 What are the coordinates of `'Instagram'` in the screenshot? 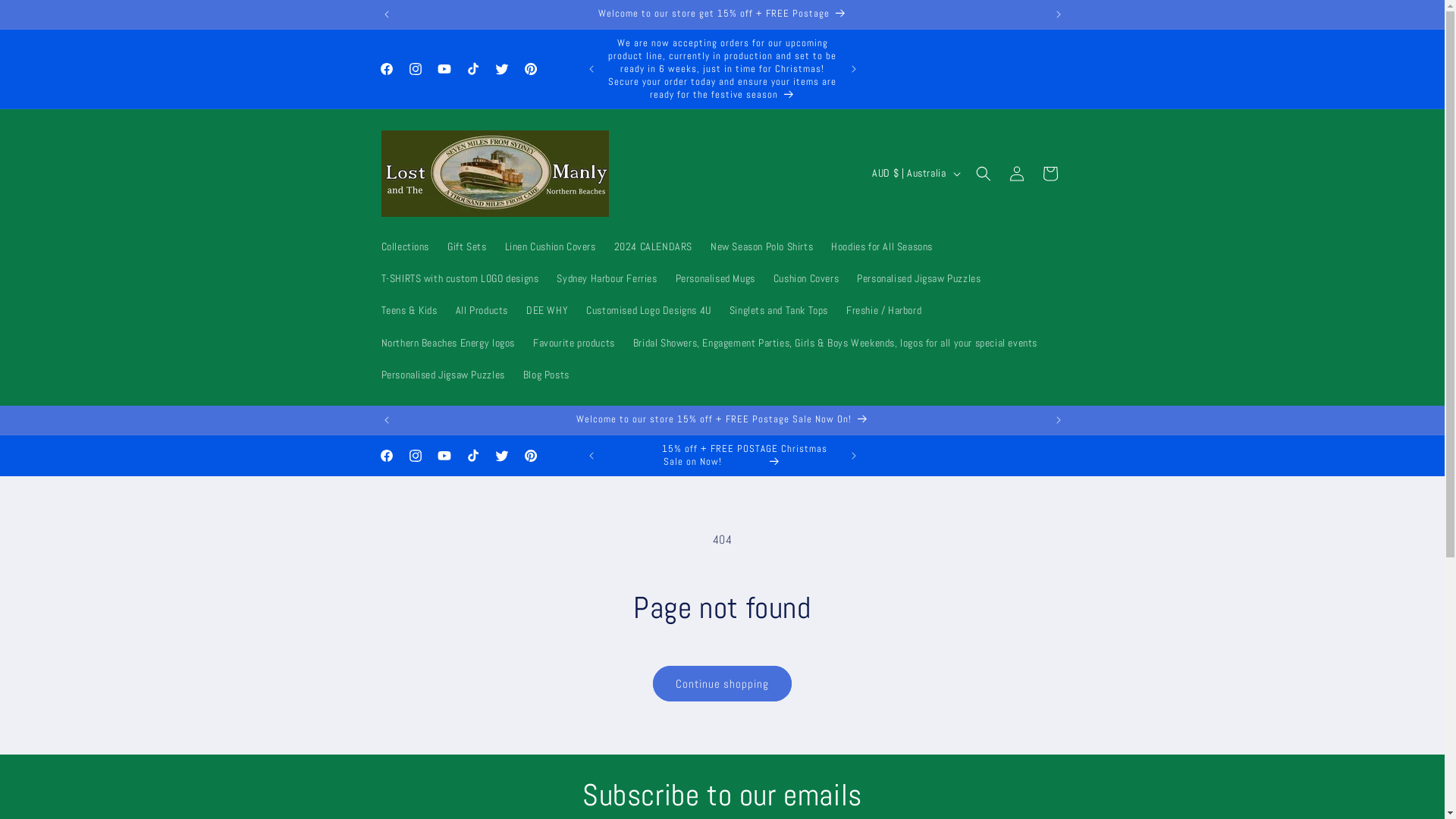 It's located at (415, 69).